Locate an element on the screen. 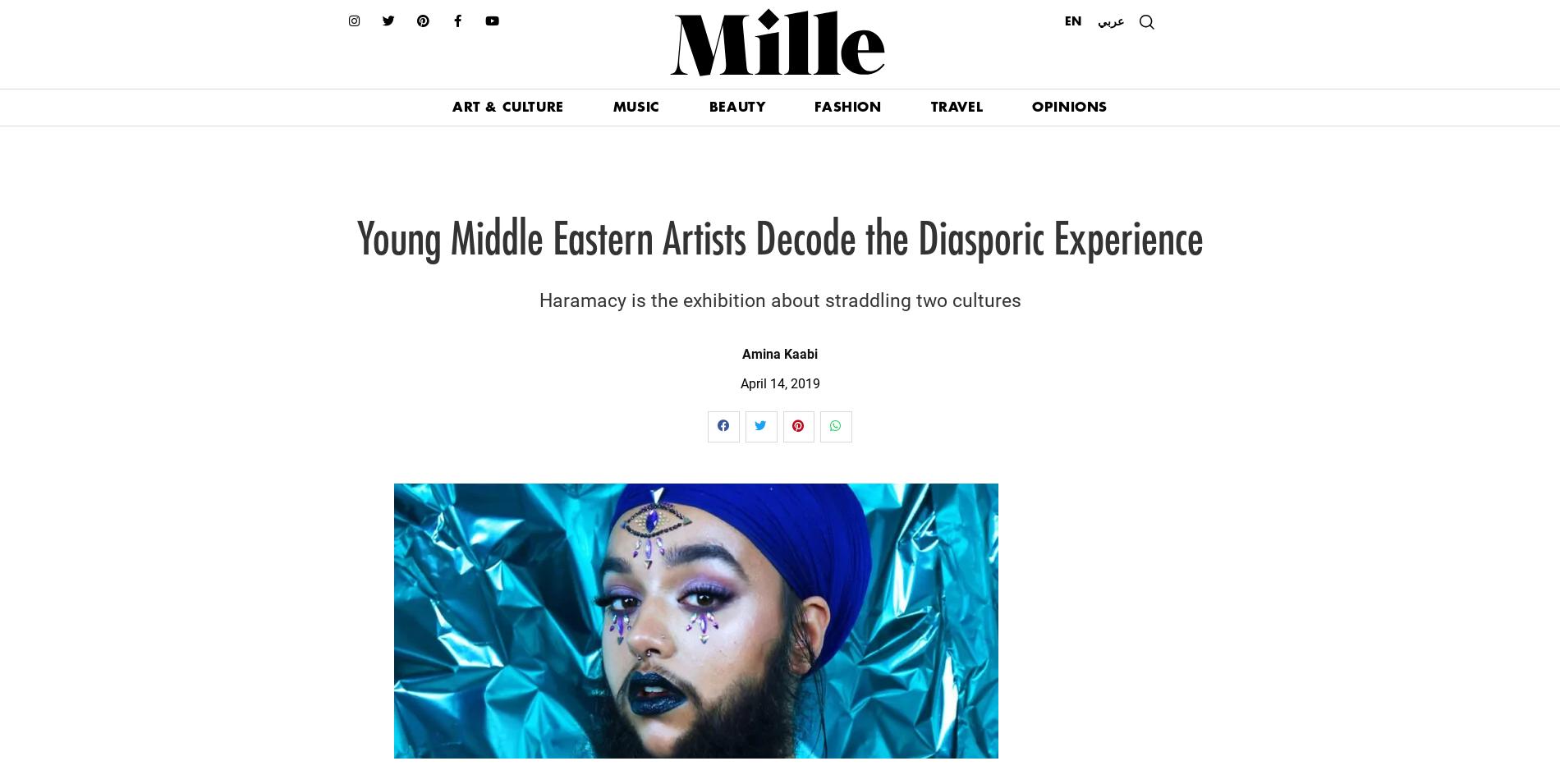  'Young Middle Eastern Artists Decode the Diasporic Experience' is located at coordinates (355, 240).